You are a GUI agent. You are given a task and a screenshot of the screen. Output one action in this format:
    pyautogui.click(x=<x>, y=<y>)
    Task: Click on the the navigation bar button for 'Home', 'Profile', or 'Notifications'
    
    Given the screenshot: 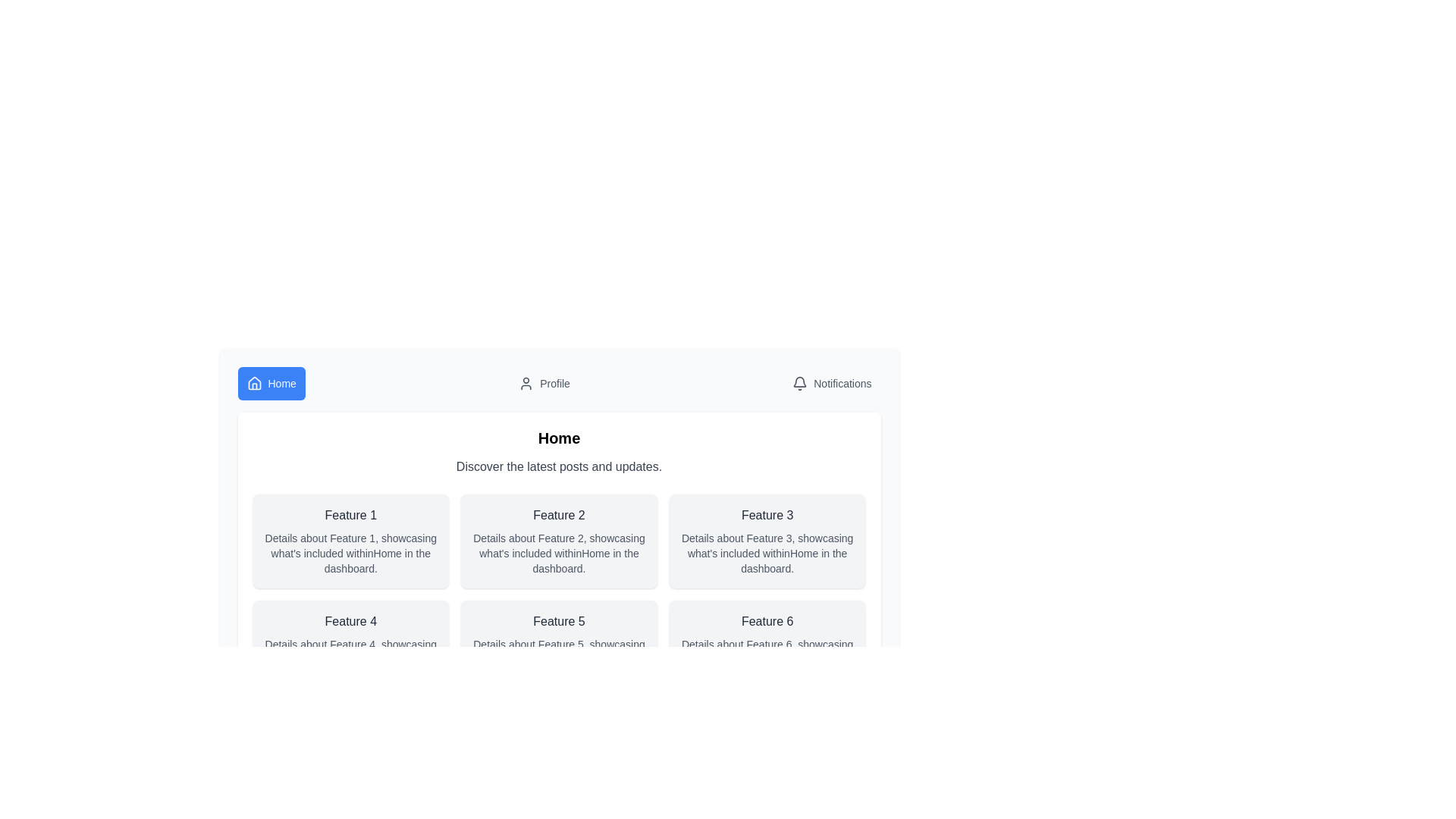 What is the action you would take?
    pyautogui.click(x=558, y=382)
    